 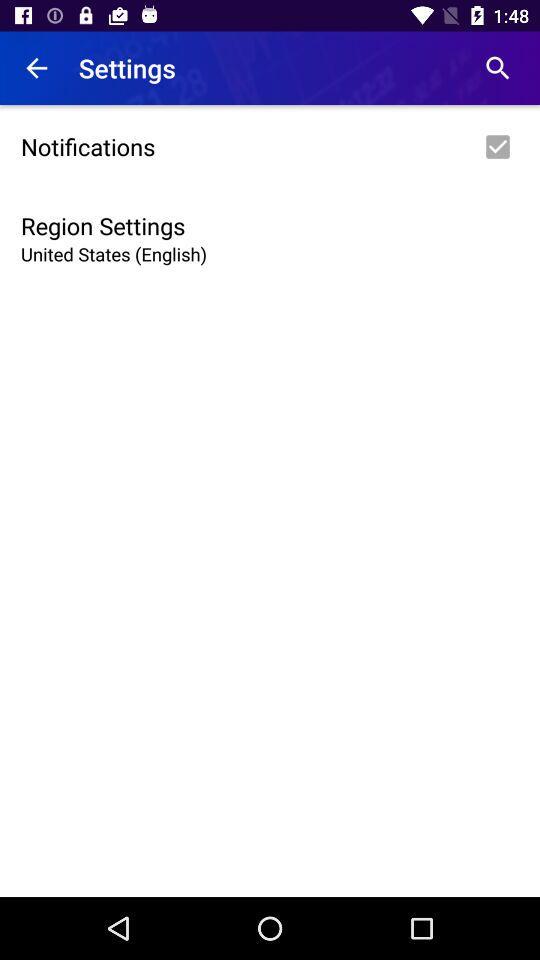 I want to click on the notifications icon, so click(x=270, y=145).